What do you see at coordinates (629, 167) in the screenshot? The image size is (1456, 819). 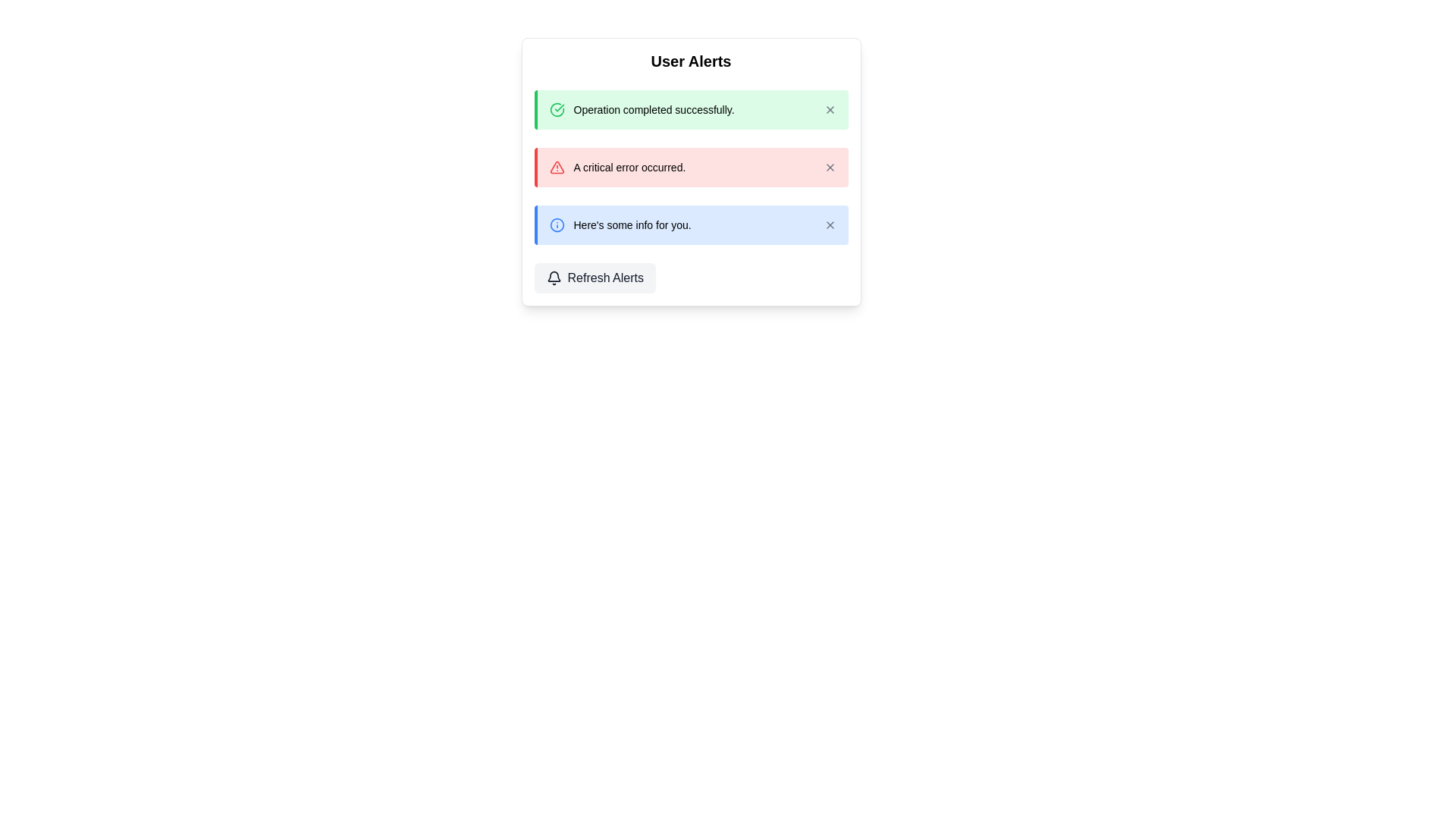 I see `the static text label displaying a critical error message, located to the right of the red error icon in the middle alert of a vertical stack of alerts` at bounding box center [629, 167].